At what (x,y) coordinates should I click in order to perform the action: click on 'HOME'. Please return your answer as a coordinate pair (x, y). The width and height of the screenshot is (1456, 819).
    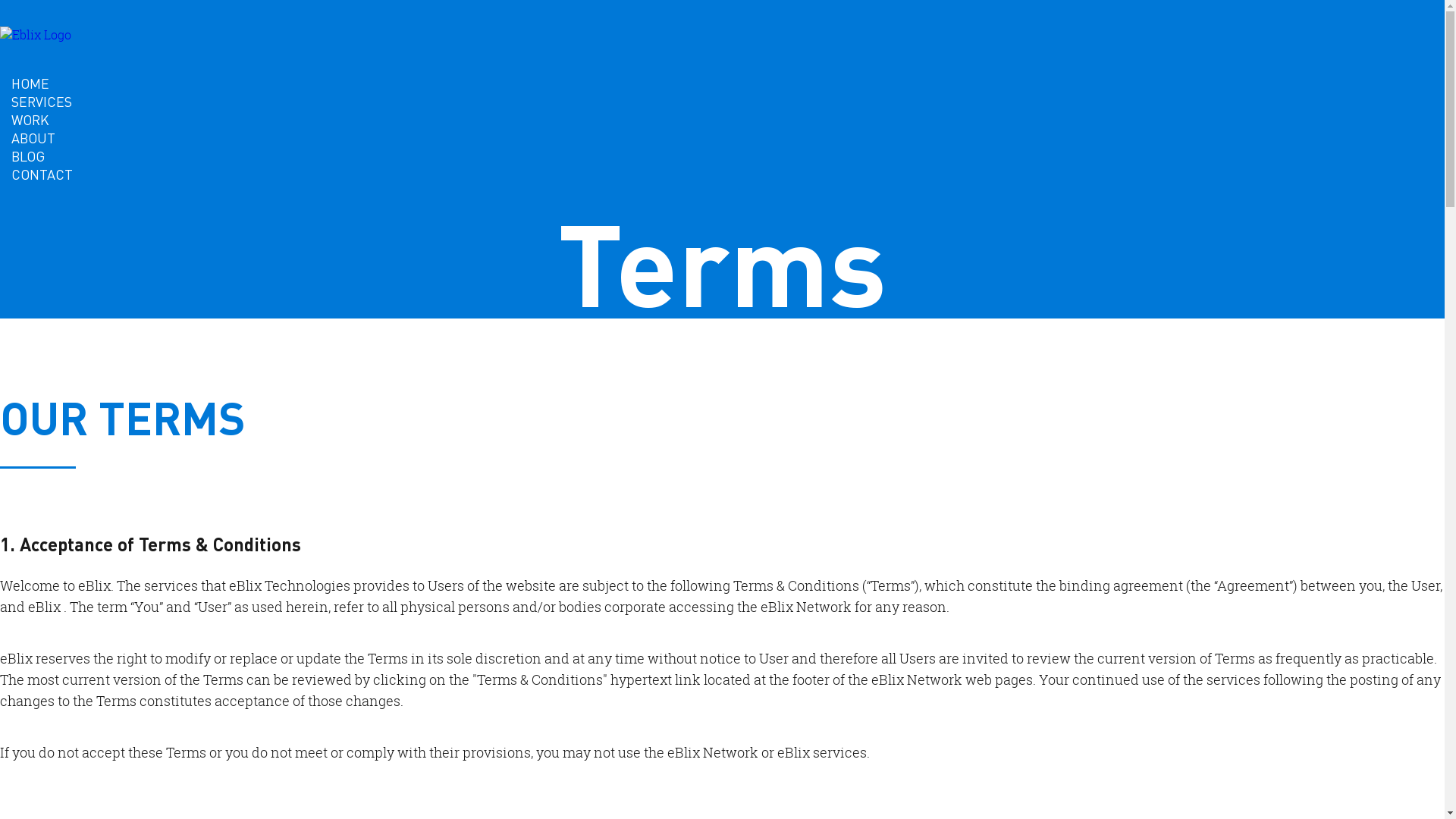
    Looking at the image, I should click on (30, 83).